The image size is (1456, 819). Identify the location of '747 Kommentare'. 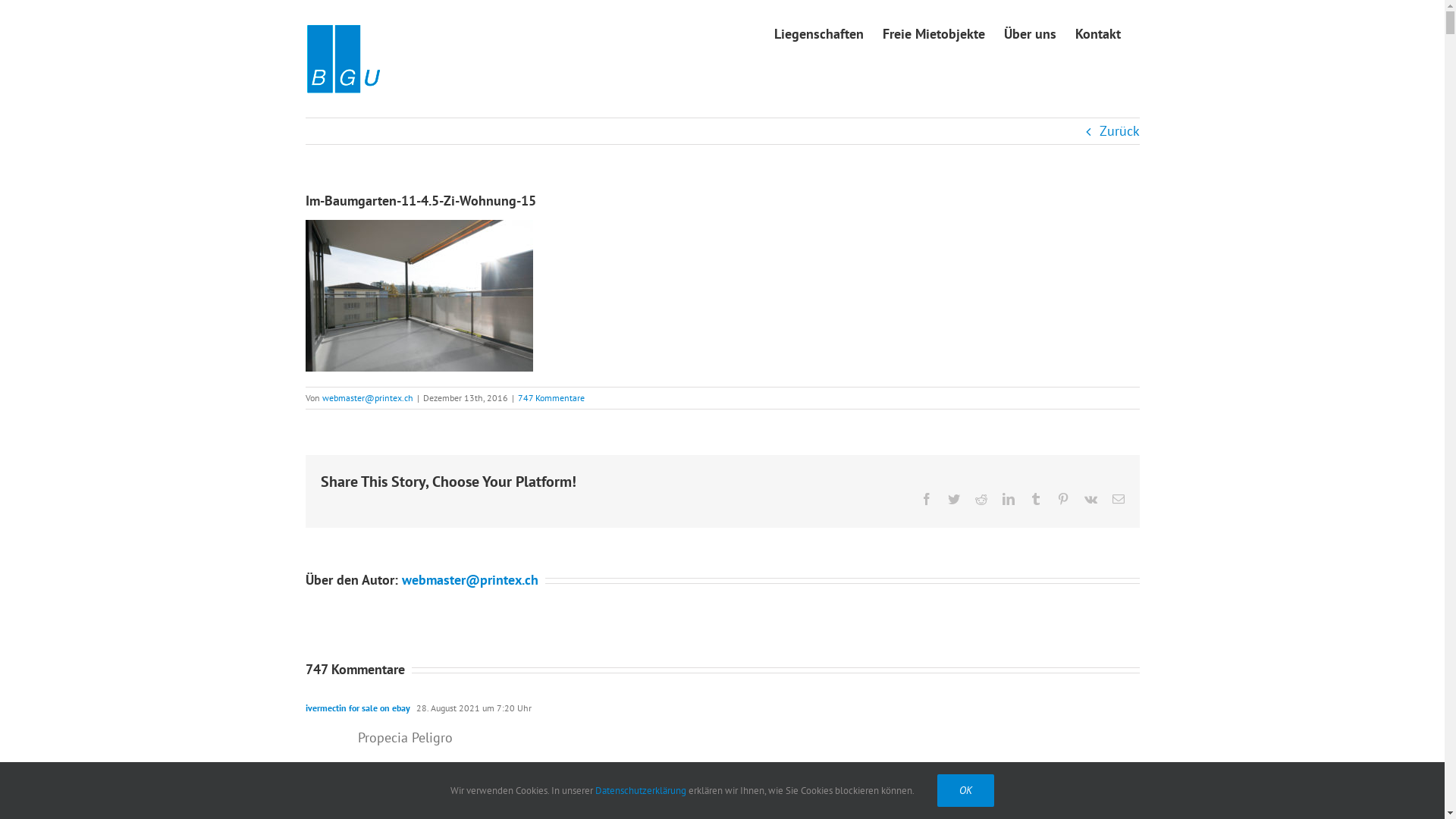
(516, 397).